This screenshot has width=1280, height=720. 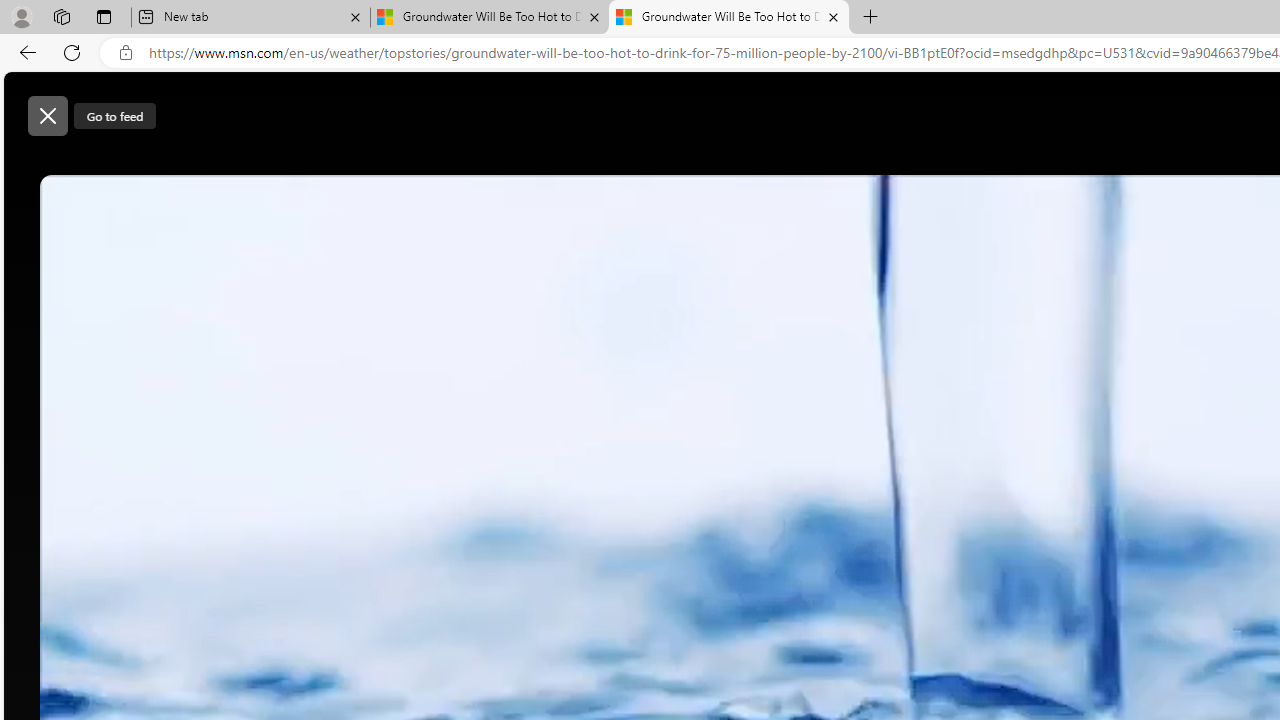 I want to click on 'Go to feed', so click(x=114, y=115).